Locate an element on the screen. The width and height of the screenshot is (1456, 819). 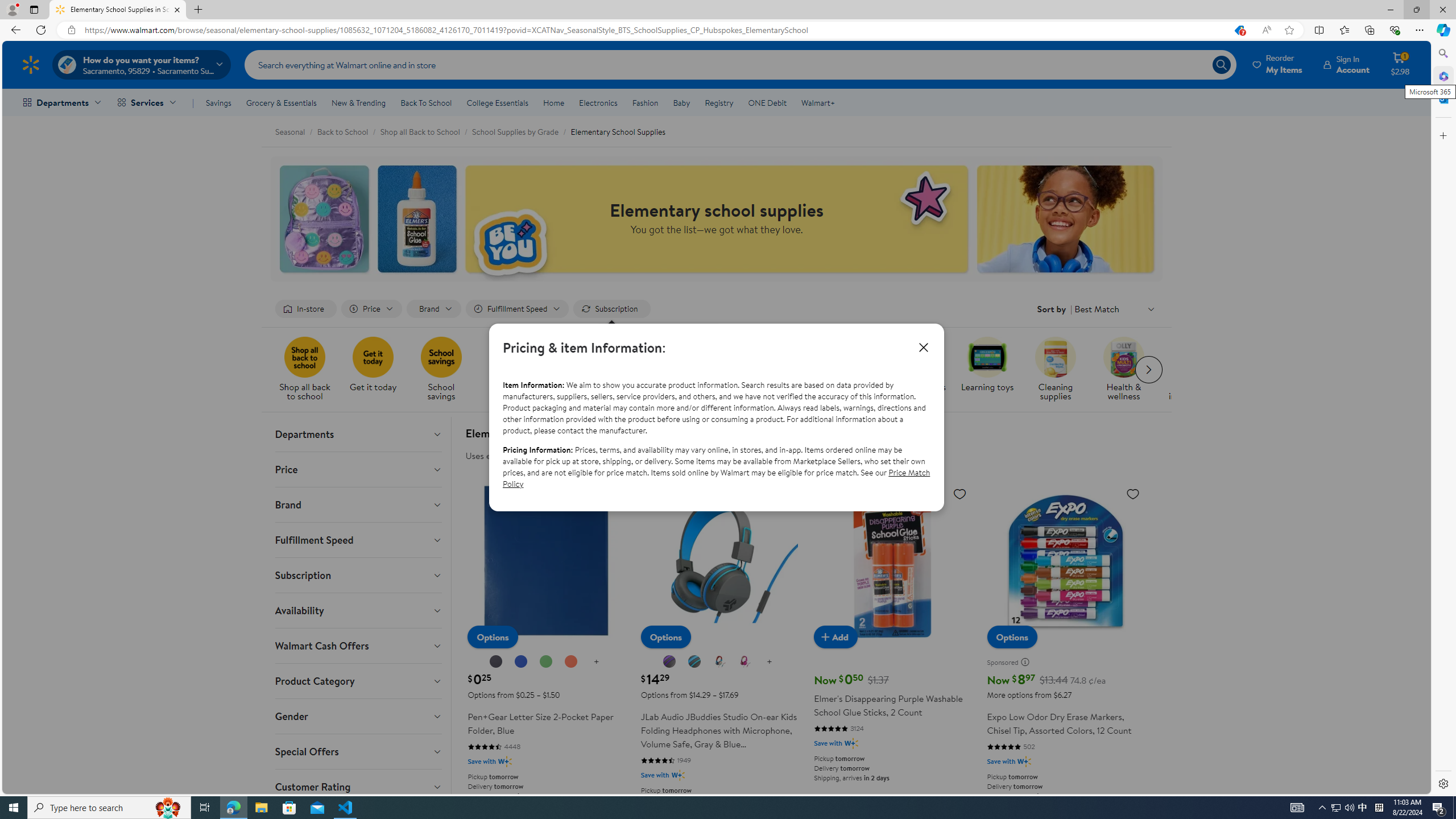
'Close dialog' is located at coordinates (923, 346).